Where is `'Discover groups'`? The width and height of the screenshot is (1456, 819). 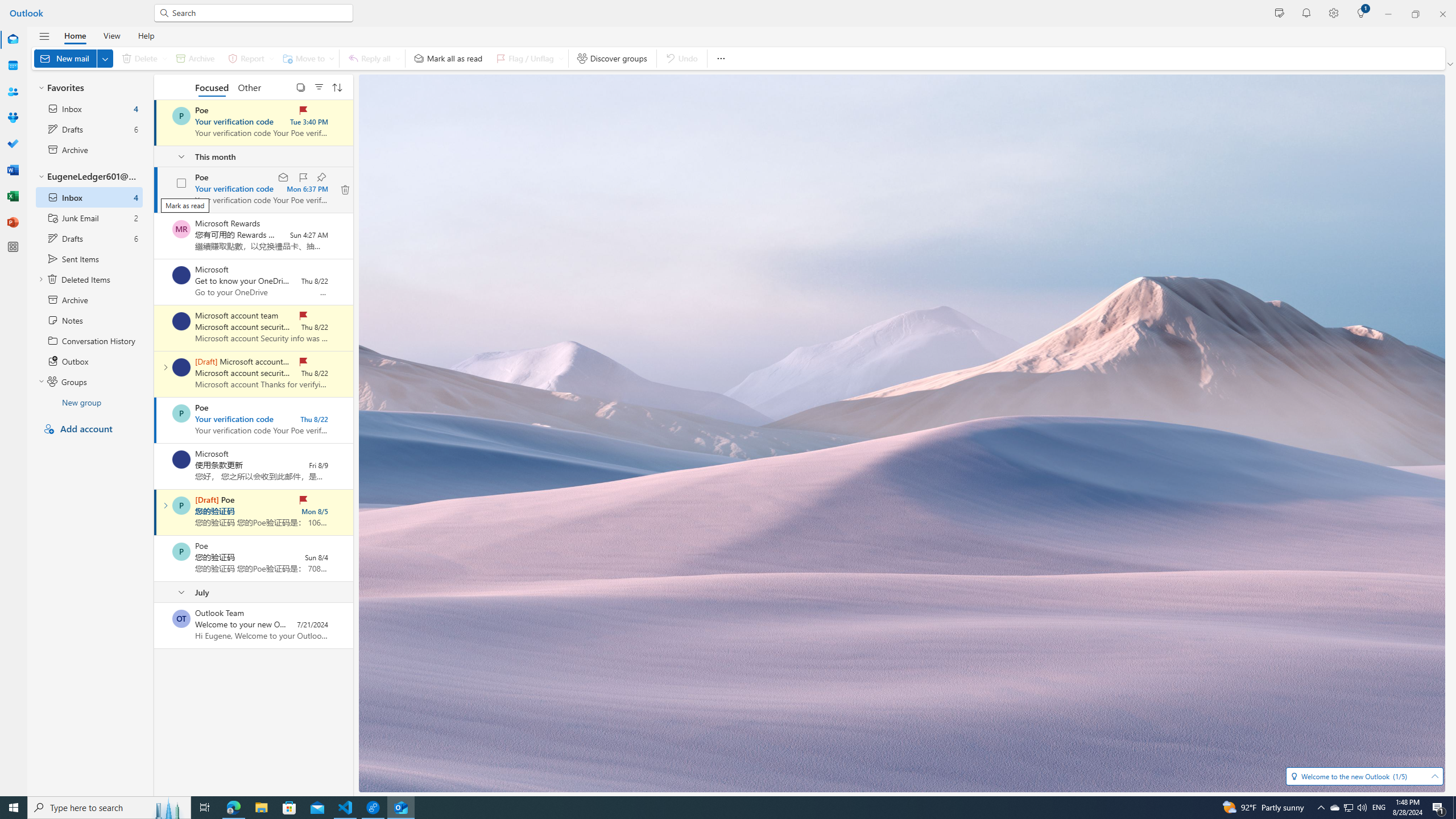 'Discover groups' is located at coordinates (612, 58).